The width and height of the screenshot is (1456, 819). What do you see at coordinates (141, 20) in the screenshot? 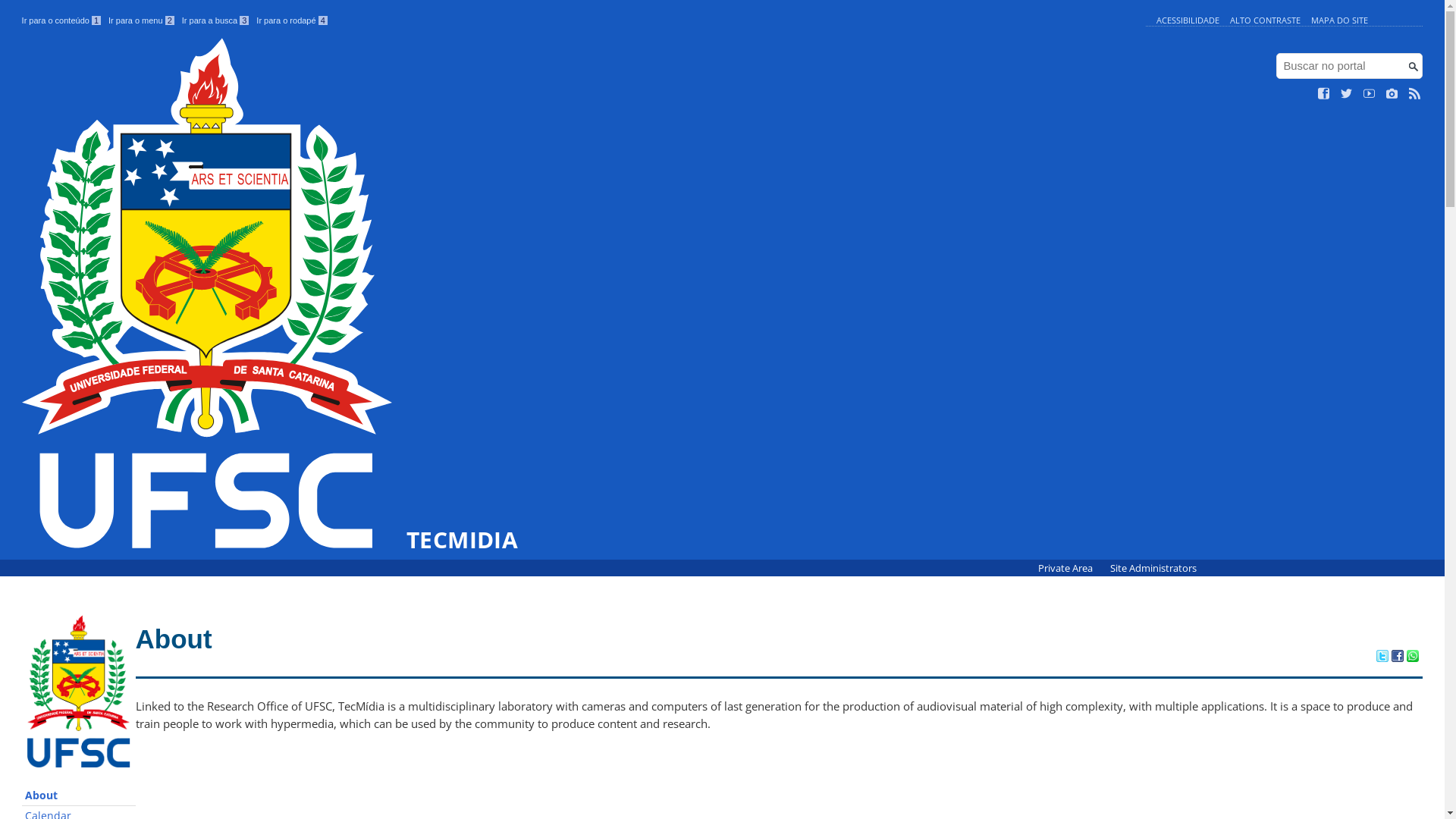
I see `'Ir para o menu 2'` at bounding box center [141, 20].